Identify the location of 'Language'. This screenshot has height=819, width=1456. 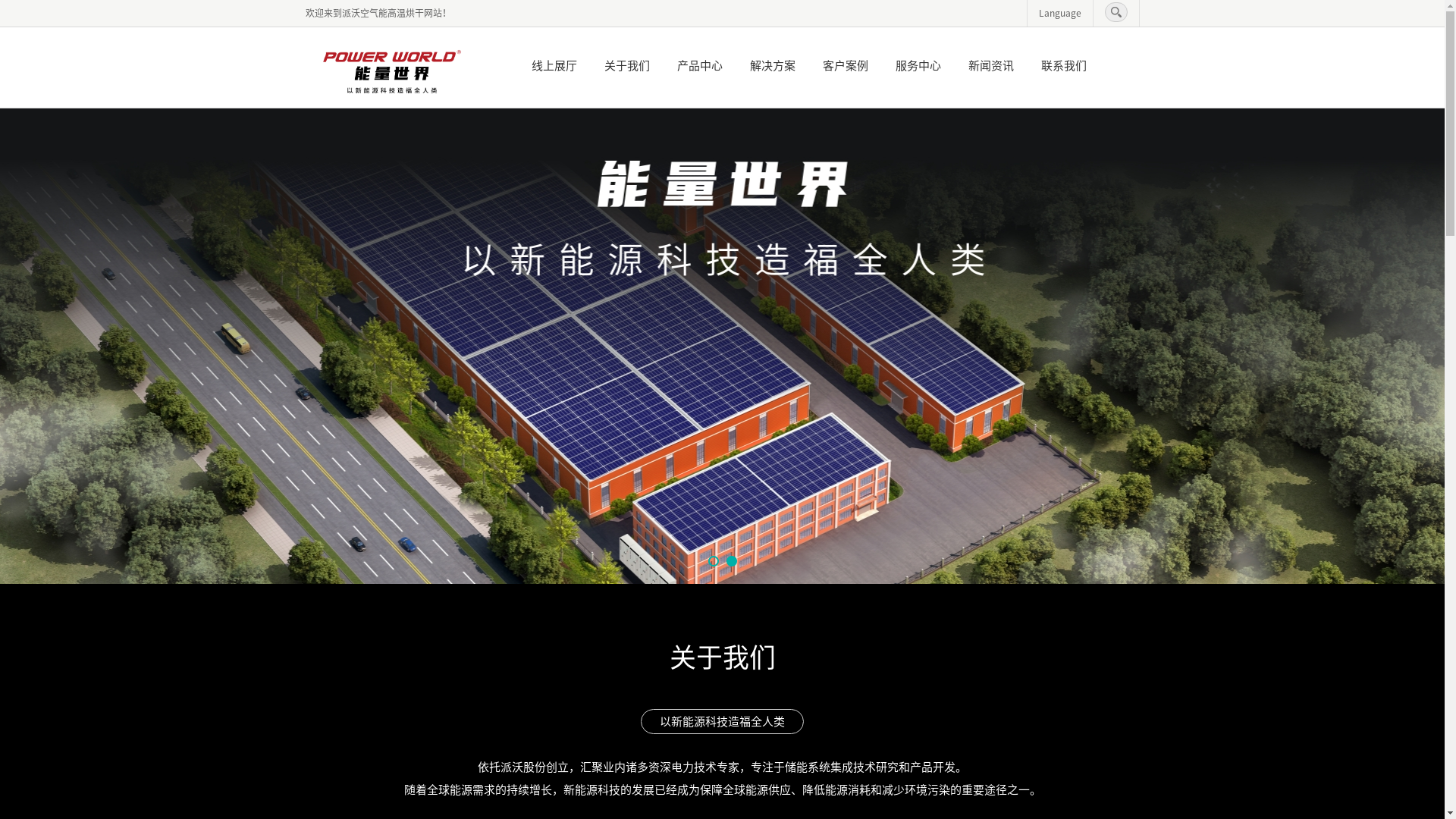
(1037, 12).